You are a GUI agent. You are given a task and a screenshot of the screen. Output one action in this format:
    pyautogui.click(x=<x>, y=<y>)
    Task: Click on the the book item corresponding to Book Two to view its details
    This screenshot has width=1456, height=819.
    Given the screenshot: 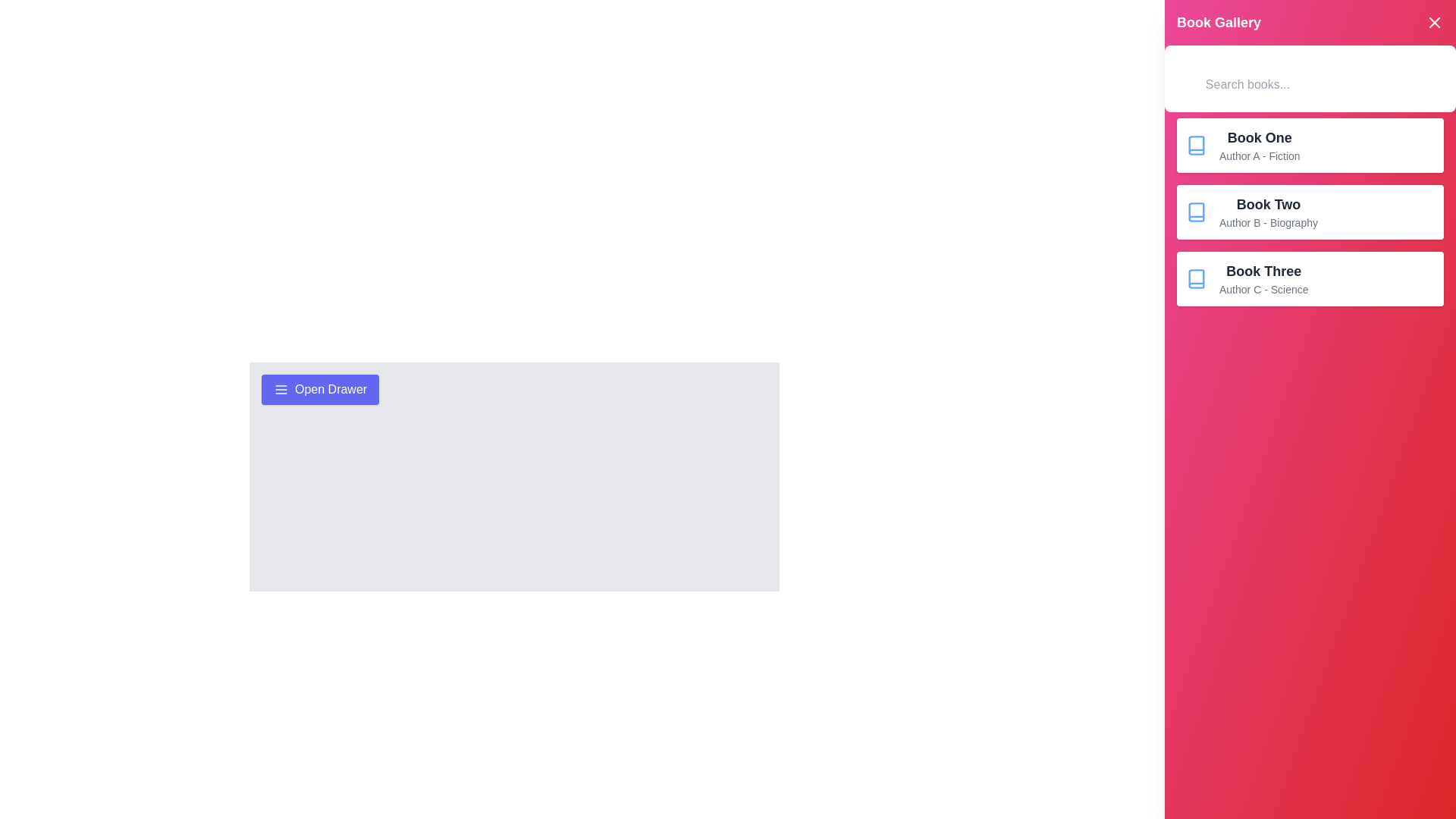 What is the action you would take?
    pyautogui.click(x=1310, y=212)
    